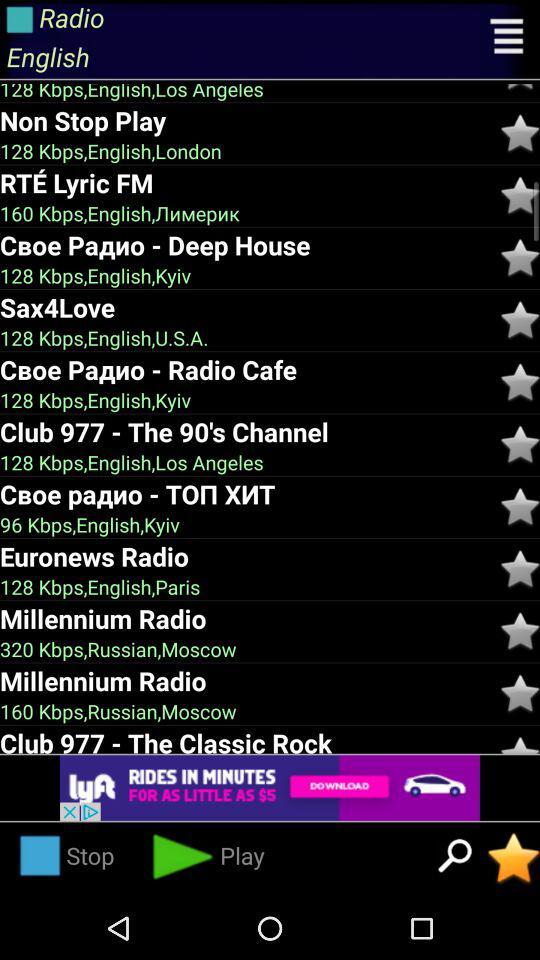 The width and height of the screenshot is (540, 960). Describe the element at coordinates (520, 195) in the screenshot. I see `star` at that location.